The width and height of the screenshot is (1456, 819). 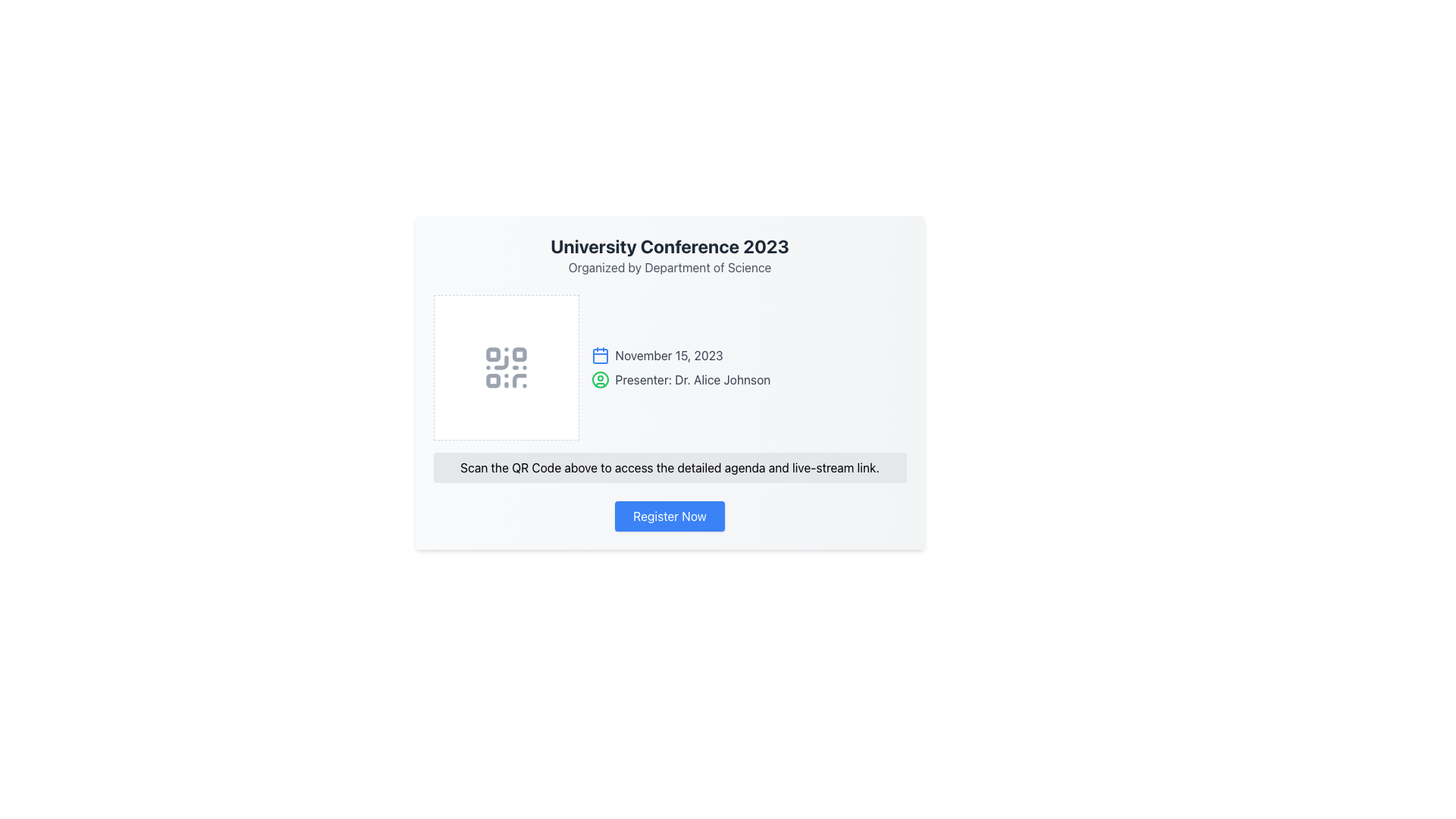 I want to click on the decorative user icon representing the presenter, located to the left of the text 'Presenter: Dr. Alice Johnson.', so click(x=599, y=379).